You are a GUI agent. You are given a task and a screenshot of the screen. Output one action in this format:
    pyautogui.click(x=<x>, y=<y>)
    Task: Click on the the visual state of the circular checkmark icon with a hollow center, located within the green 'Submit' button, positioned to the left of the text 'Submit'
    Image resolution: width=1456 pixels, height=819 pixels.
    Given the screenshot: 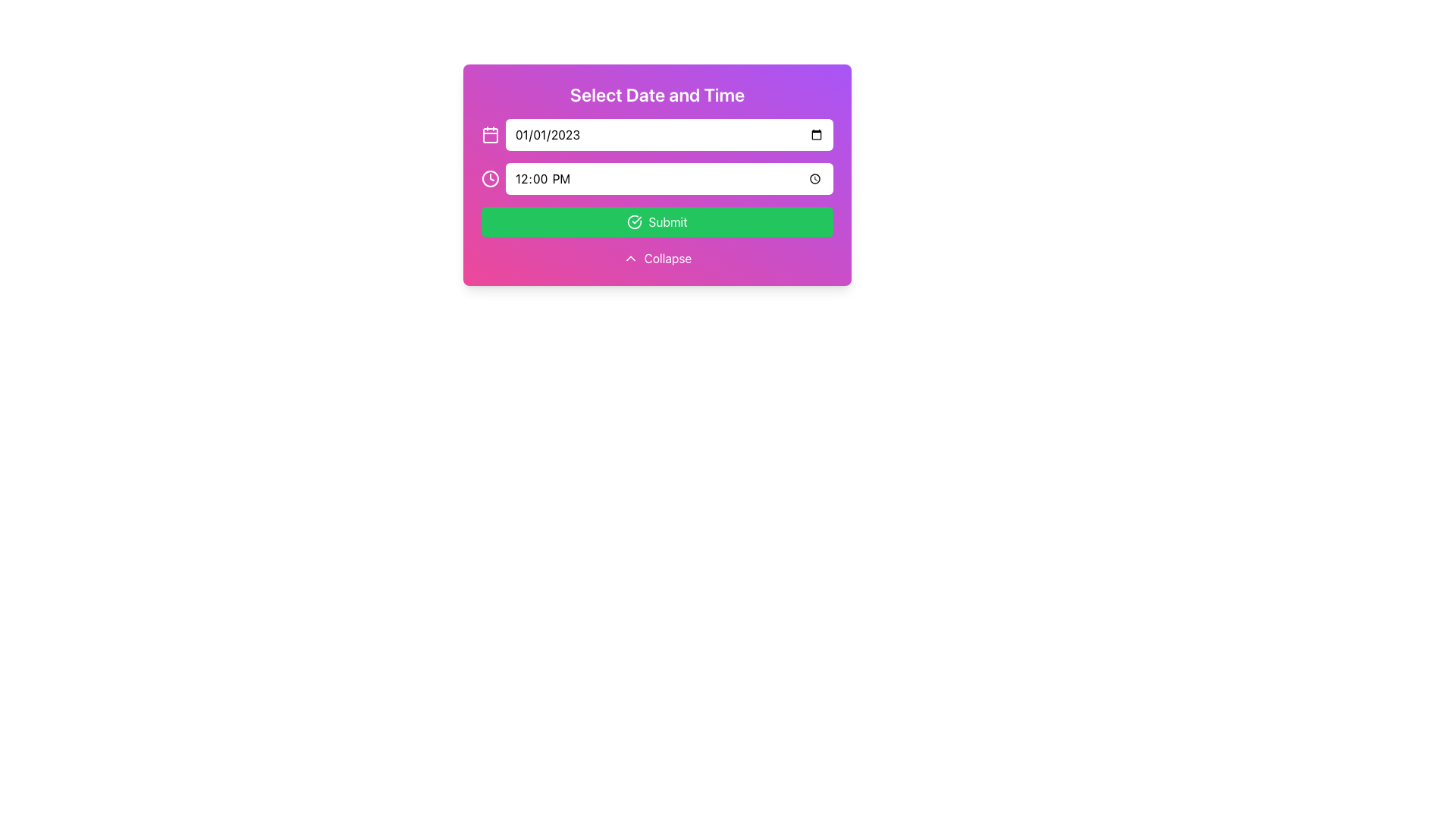 What is the action you would take?
    pyautogui.click(x=635, y=222)
    